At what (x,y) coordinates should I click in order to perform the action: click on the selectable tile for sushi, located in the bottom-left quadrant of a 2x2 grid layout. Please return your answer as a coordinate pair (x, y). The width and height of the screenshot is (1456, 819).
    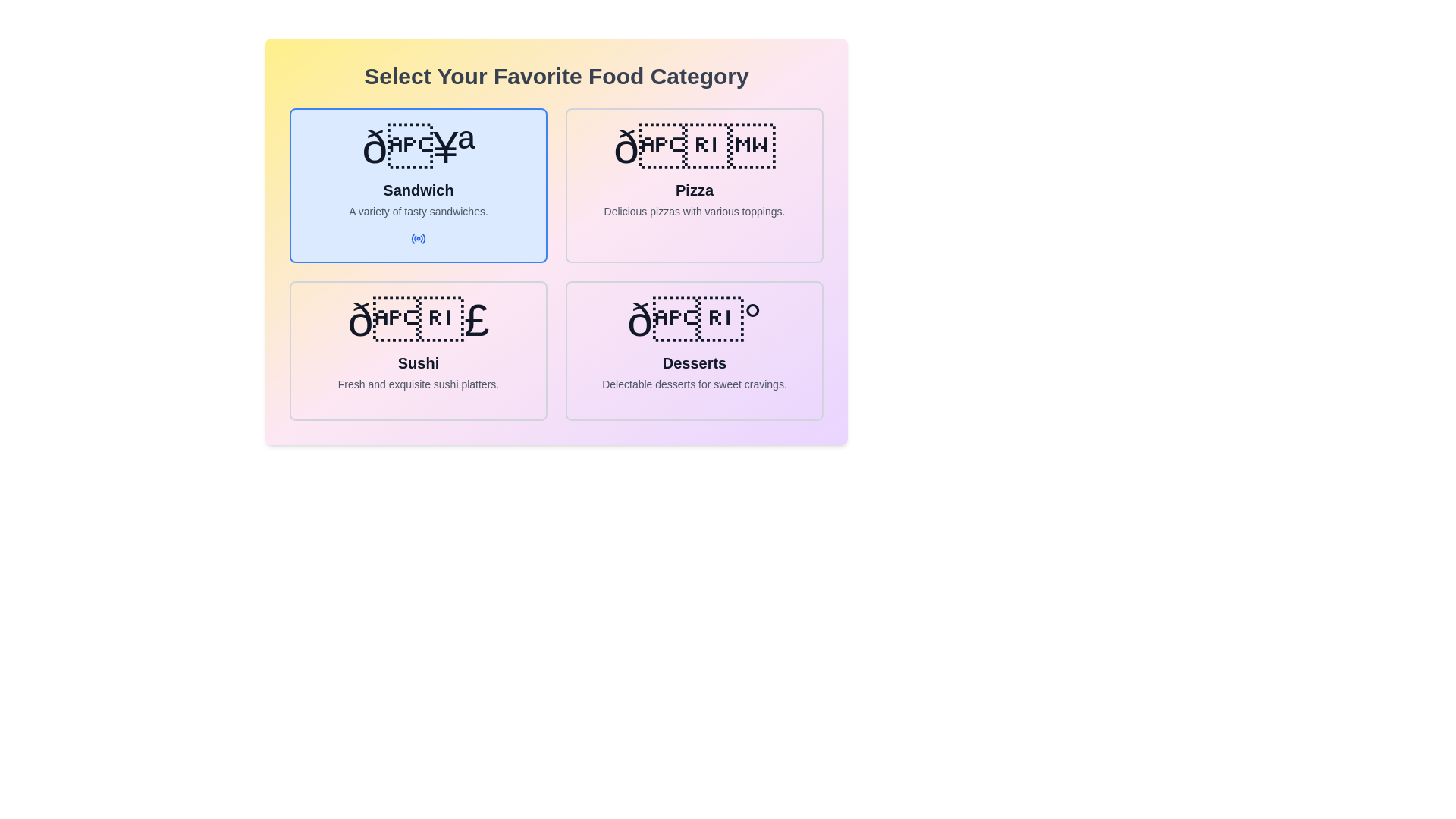
    Looking at the image, I should click on (419, 350).